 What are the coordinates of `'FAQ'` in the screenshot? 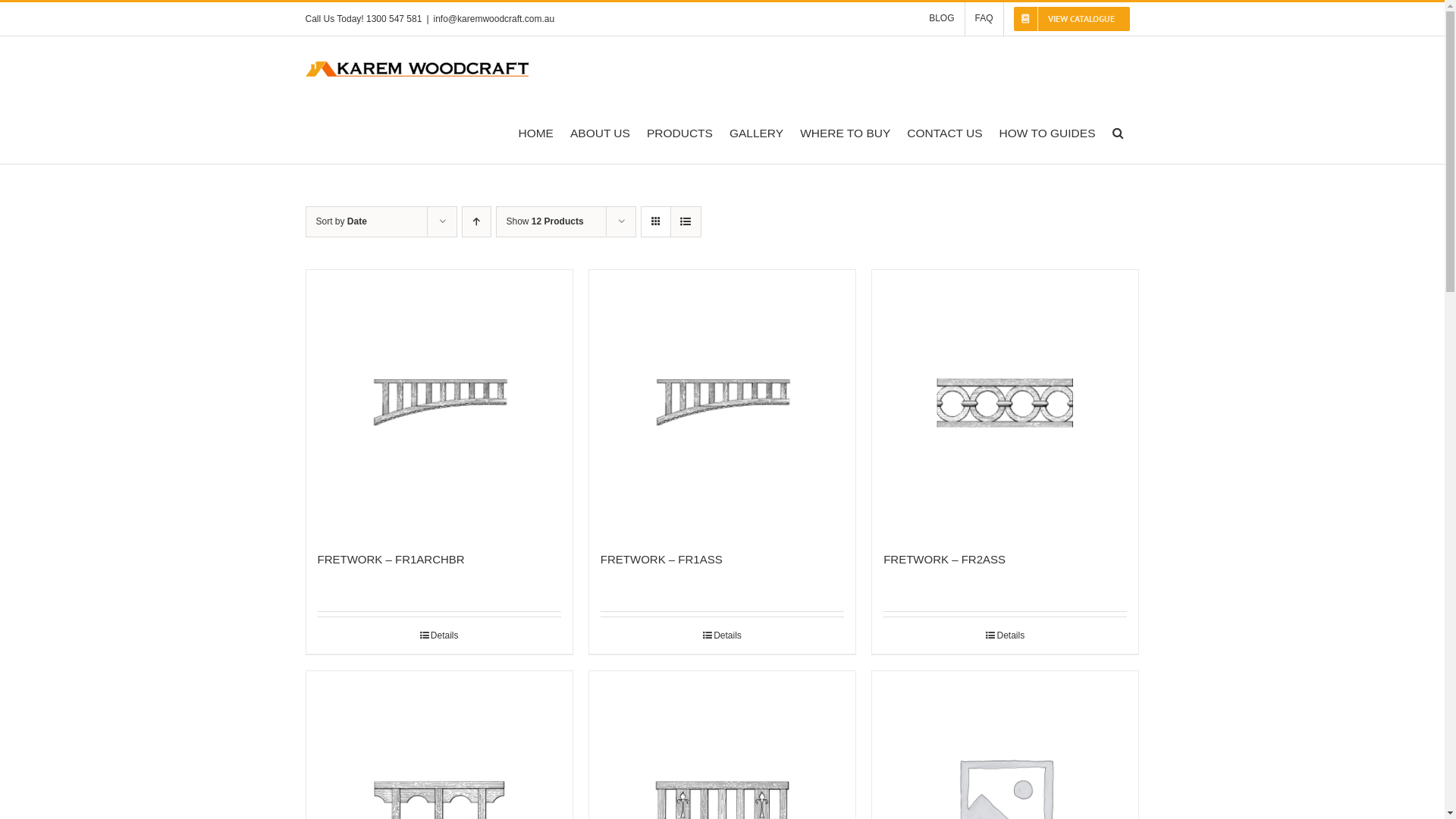 It's located at (983, 18).